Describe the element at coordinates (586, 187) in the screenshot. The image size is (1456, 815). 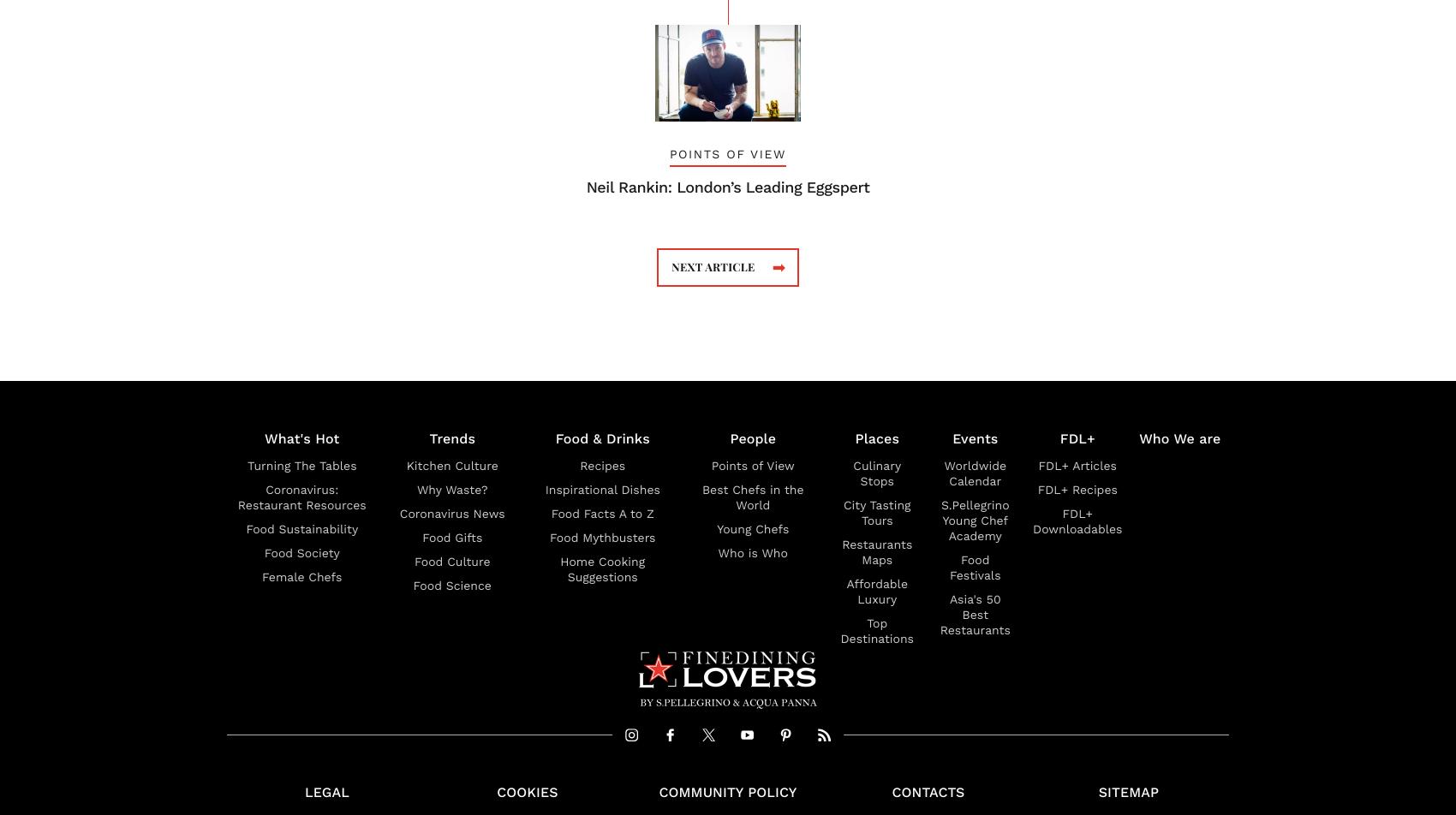
I see `'Neil Rankin: London’s Leading Eggspert'` at that location.